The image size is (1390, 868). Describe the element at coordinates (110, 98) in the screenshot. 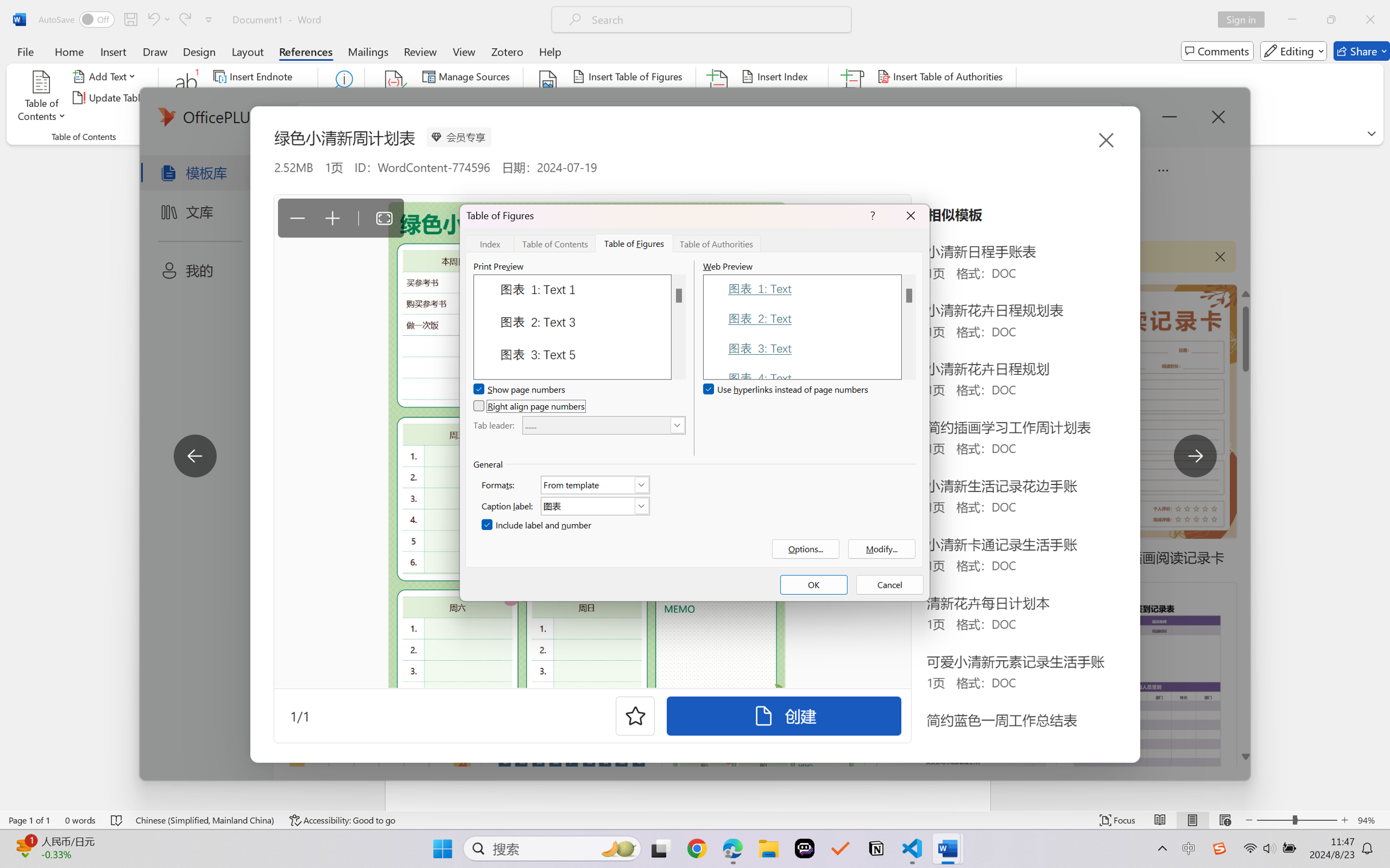

I see `'Update Table...'` at that location.